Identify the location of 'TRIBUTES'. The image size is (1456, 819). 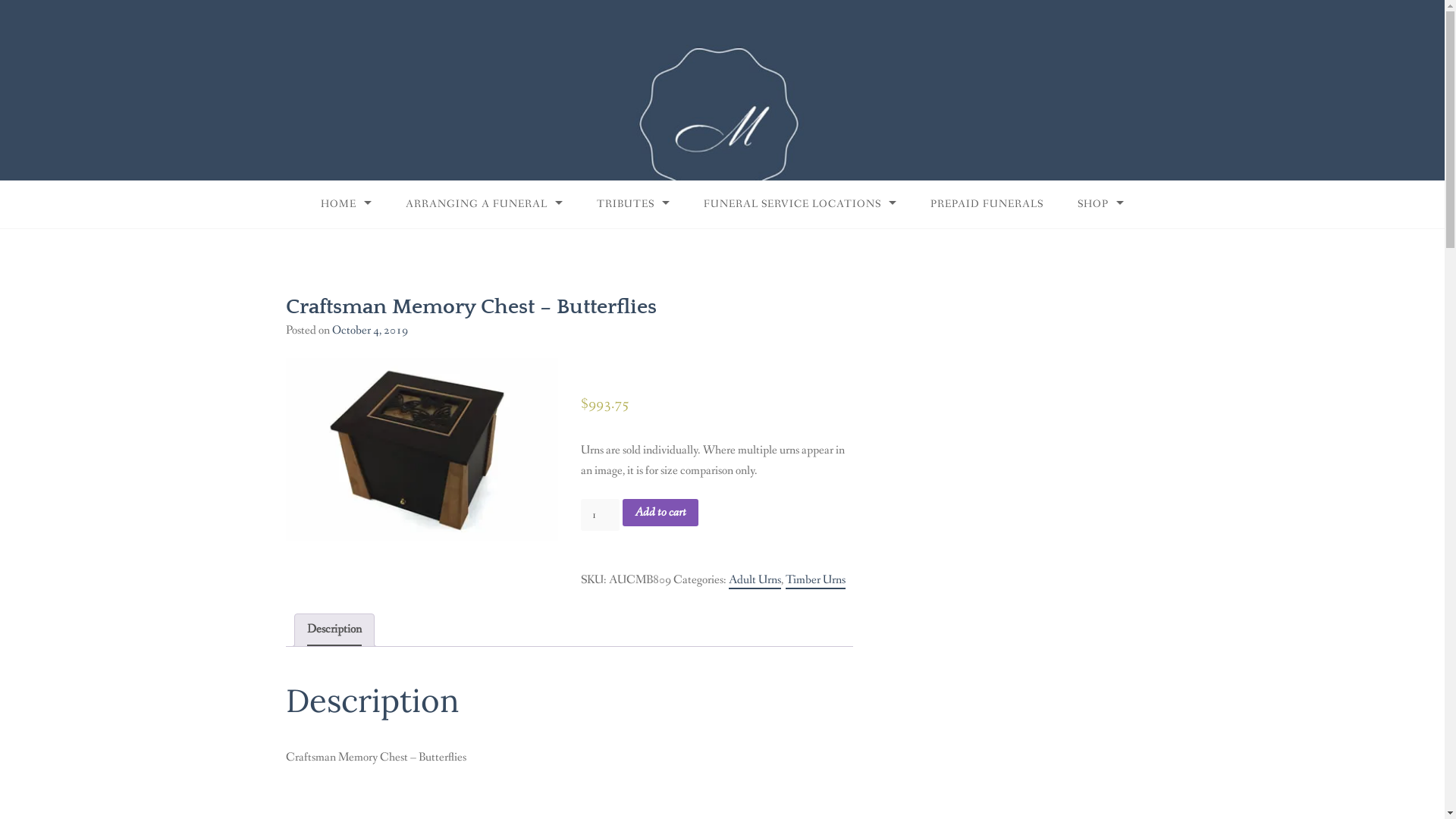
(633, 203).